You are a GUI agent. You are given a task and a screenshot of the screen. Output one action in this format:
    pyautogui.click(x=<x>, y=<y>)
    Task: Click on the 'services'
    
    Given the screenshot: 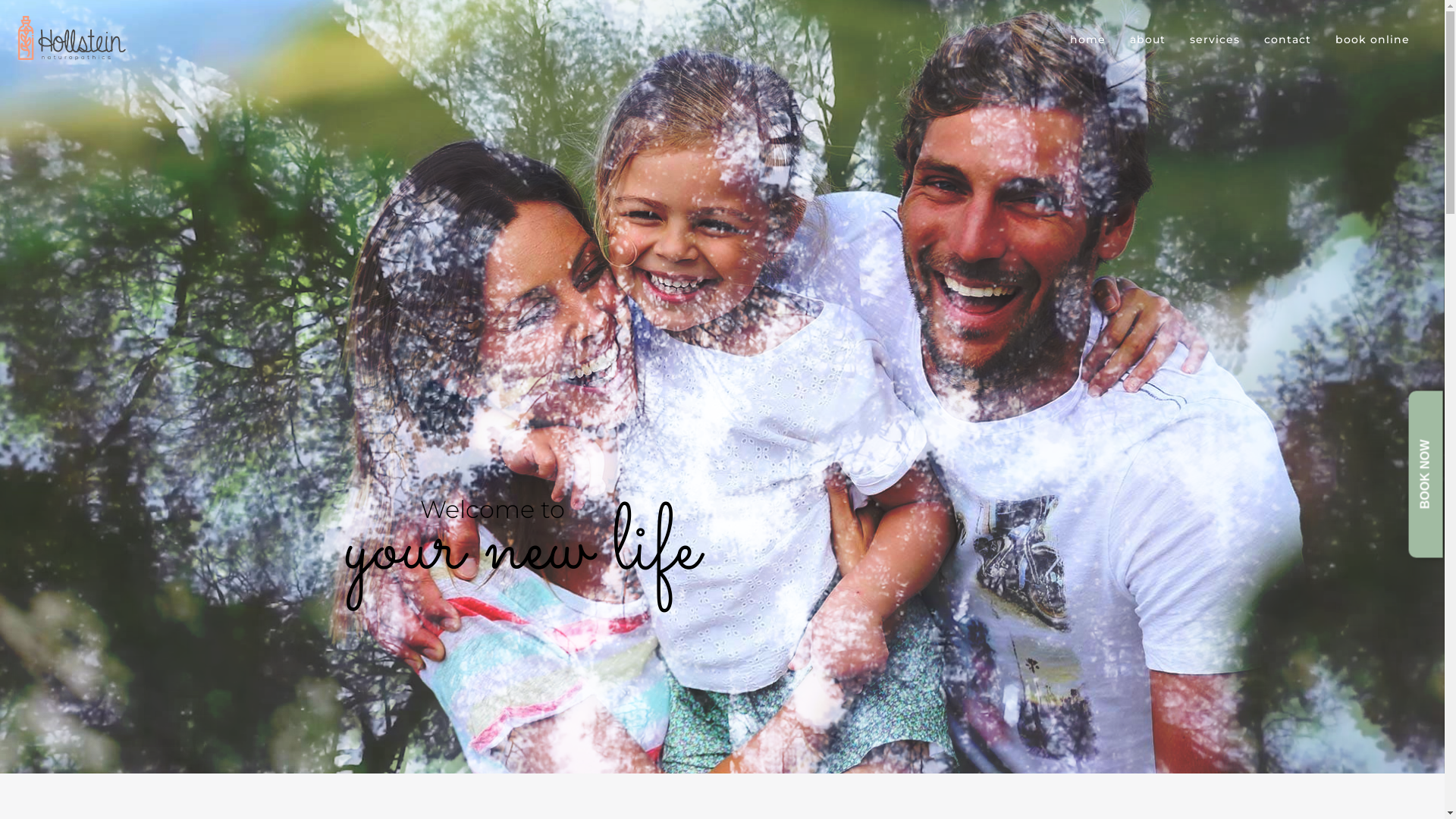 What is the action you would take?
    pyautogui.click(x=1177, y=37)
    